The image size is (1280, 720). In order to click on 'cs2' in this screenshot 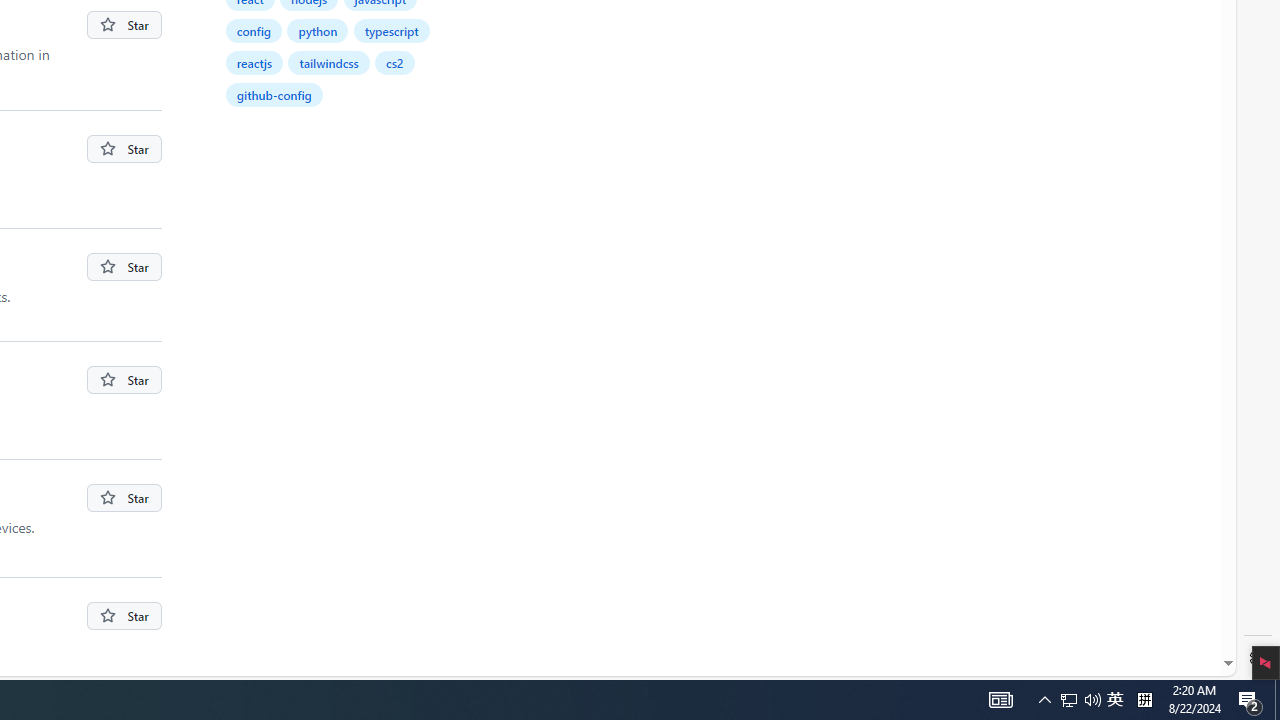, I will do `click(394, 61)`.